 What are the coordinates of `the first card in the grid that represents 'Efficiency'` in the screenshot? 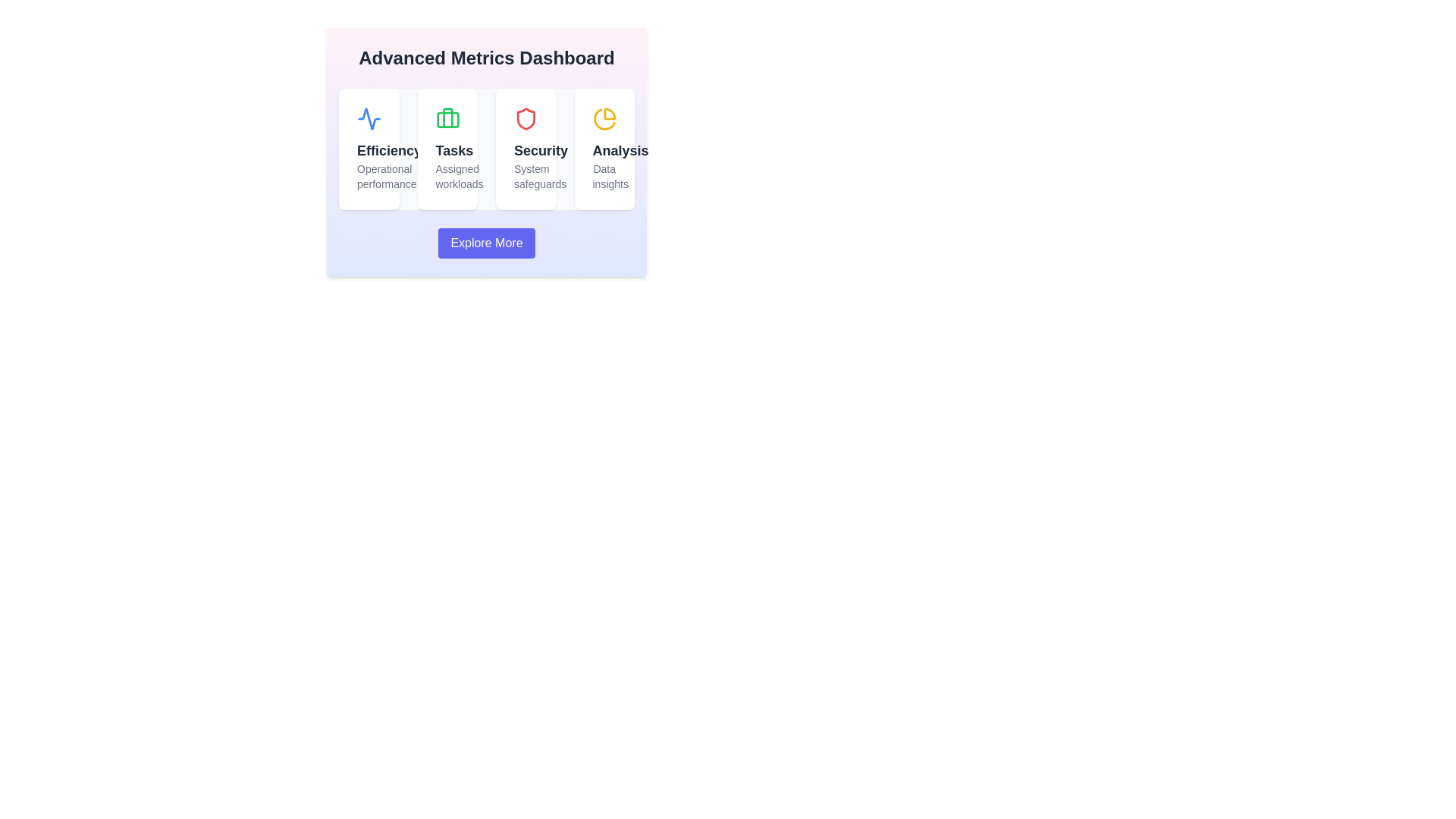 It's located at (369, 149).